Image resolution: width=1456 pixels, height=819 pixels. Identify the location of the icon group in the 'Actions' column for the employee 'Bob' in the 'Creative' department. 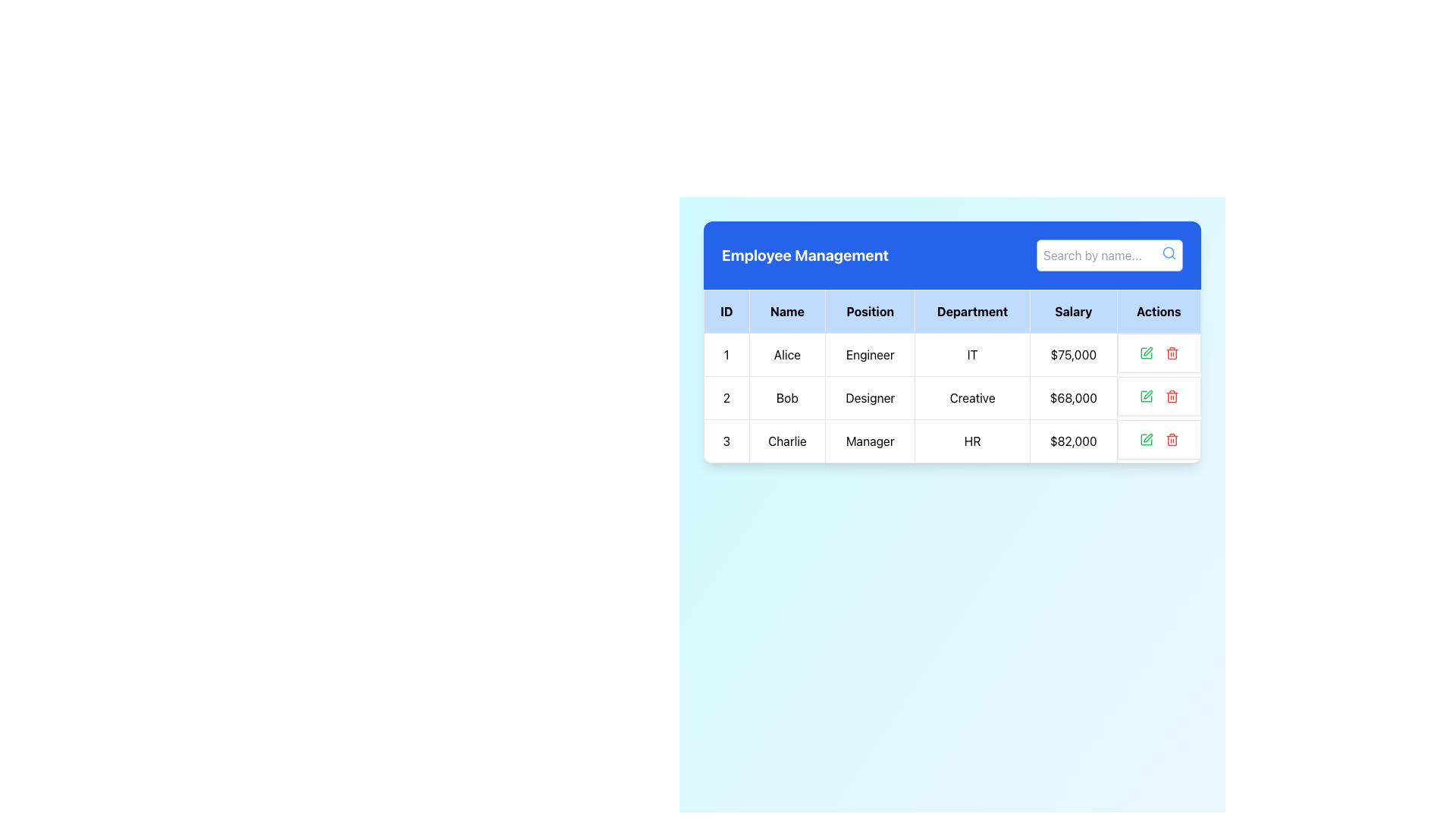
(1158, 395).